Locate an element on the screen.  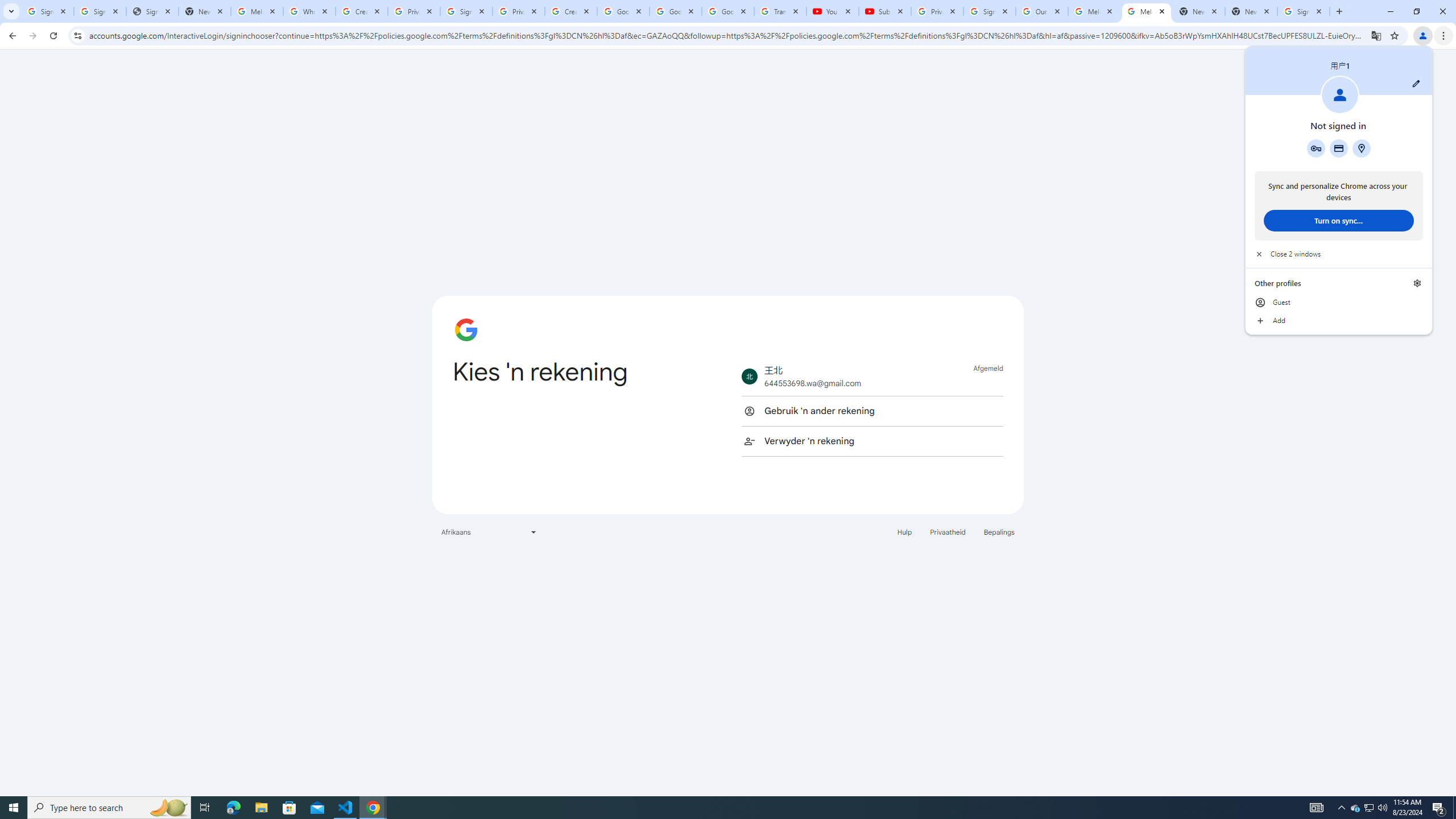
'Customize profile' is located at coordinates (1415, 82).